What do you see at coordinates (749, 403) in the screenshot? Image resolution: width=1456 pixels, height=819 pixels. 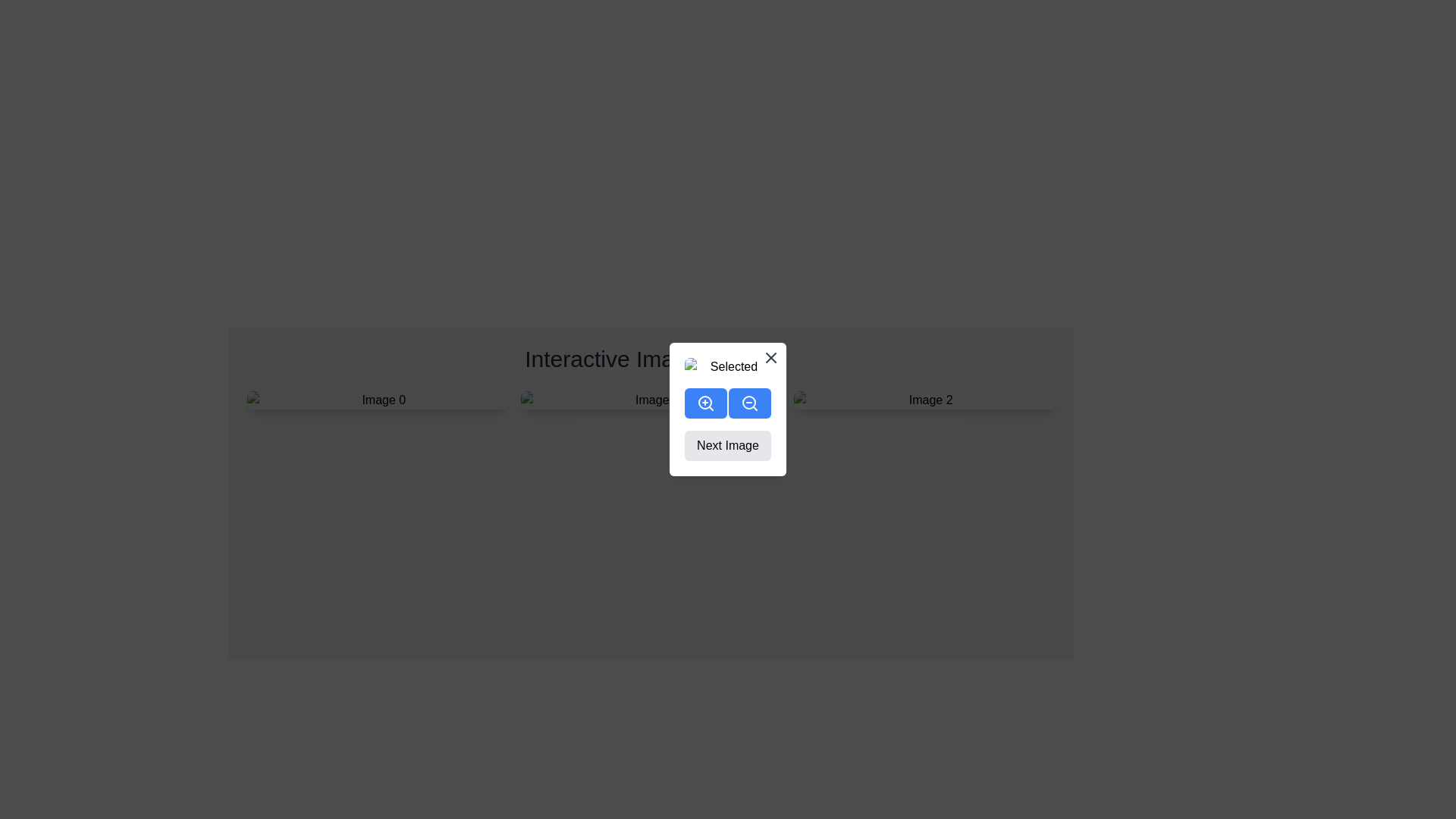 I see `the zoom-out icon, which is a magnifying glass with a small minus sign, located at the top right section of a modal dialog` at bounding box center [749, 403].